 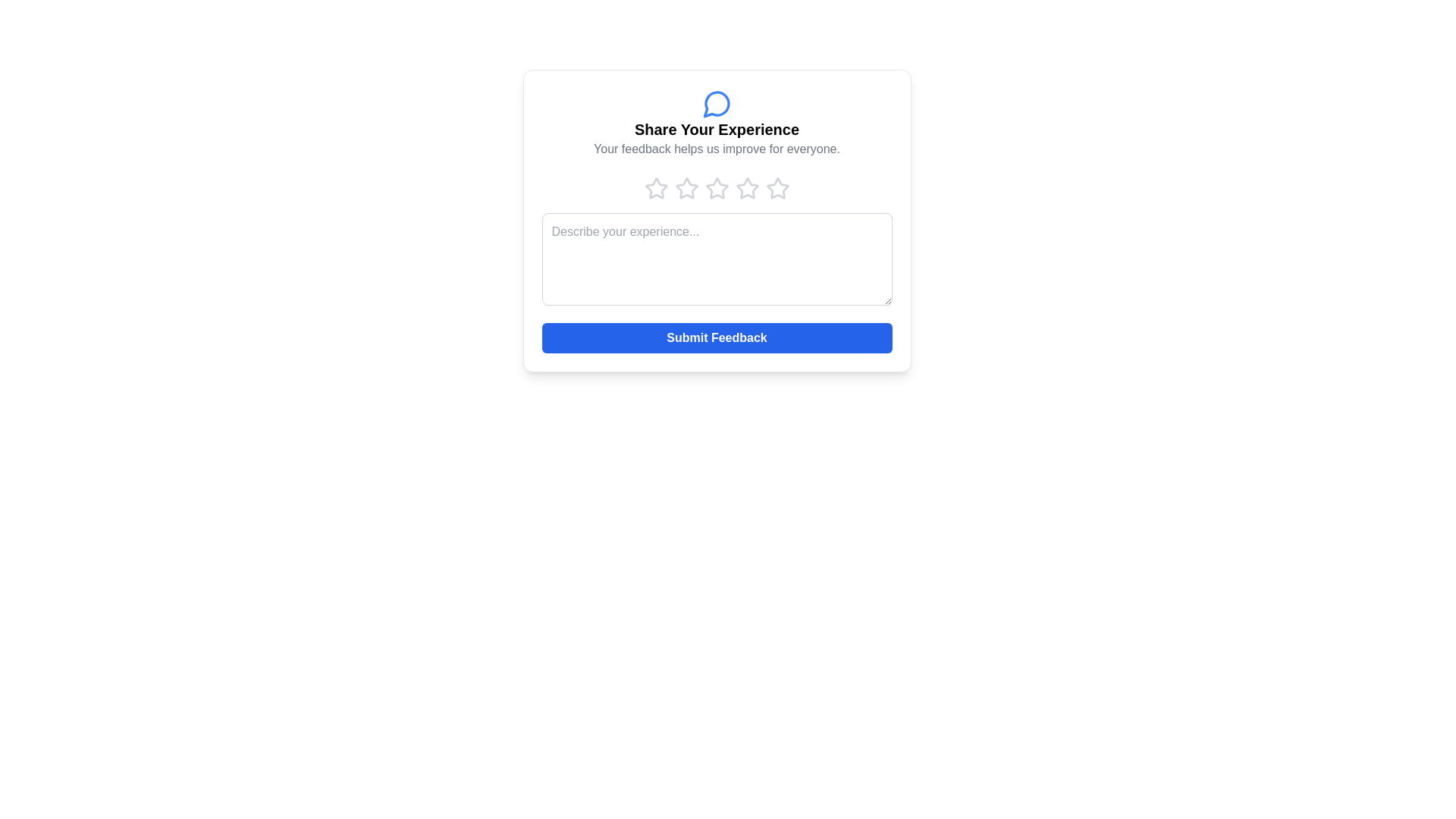 What do you see at coordinates (716, 221) in the screenshot?
I see `the stars in the interactive feedback form` at bounding box center [716, 221].